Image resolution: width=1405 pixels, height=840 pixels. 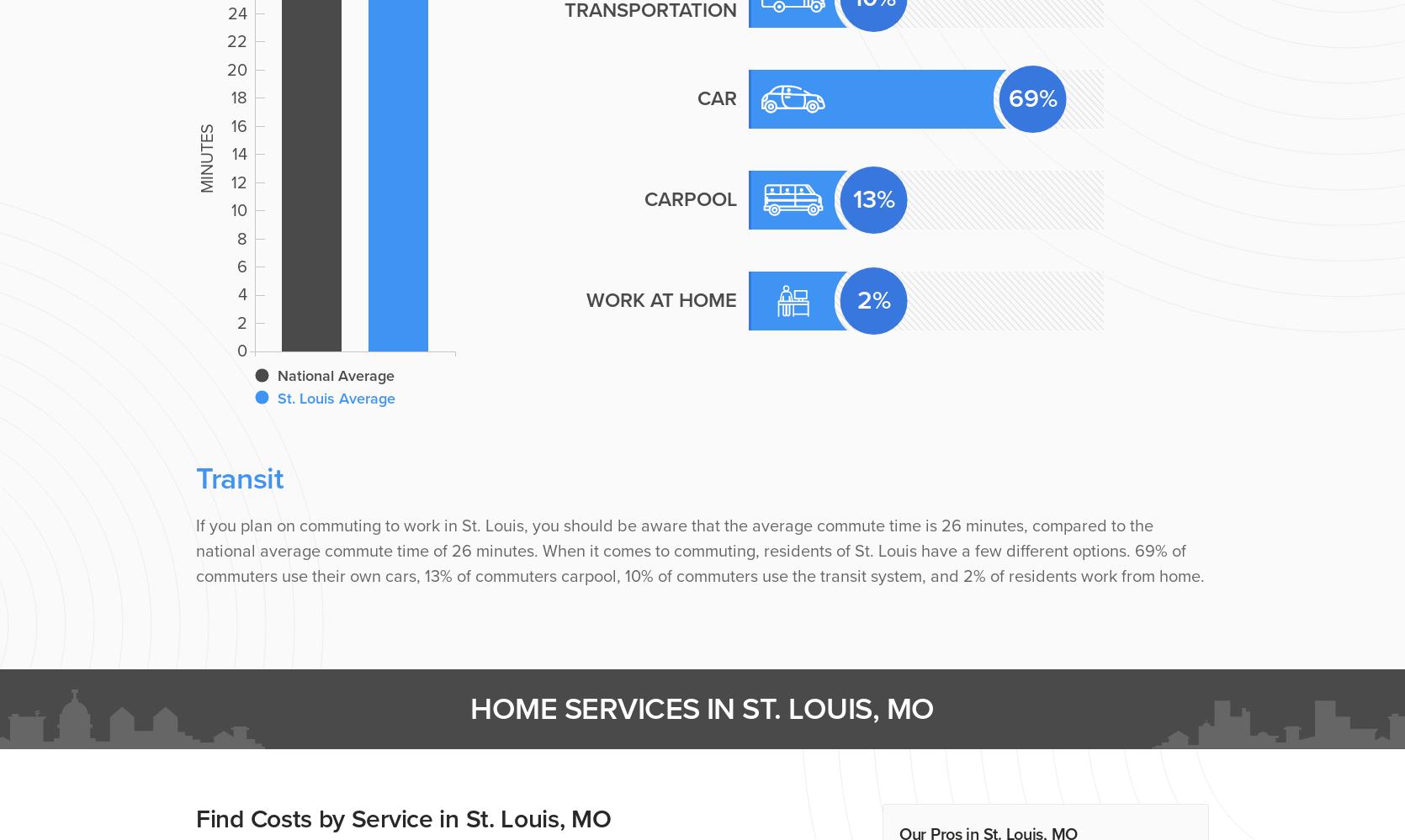 What do you see at coordinates (1009, 98) in the screenshot?
I see `'69%'` at bounding box center [1009, 98].